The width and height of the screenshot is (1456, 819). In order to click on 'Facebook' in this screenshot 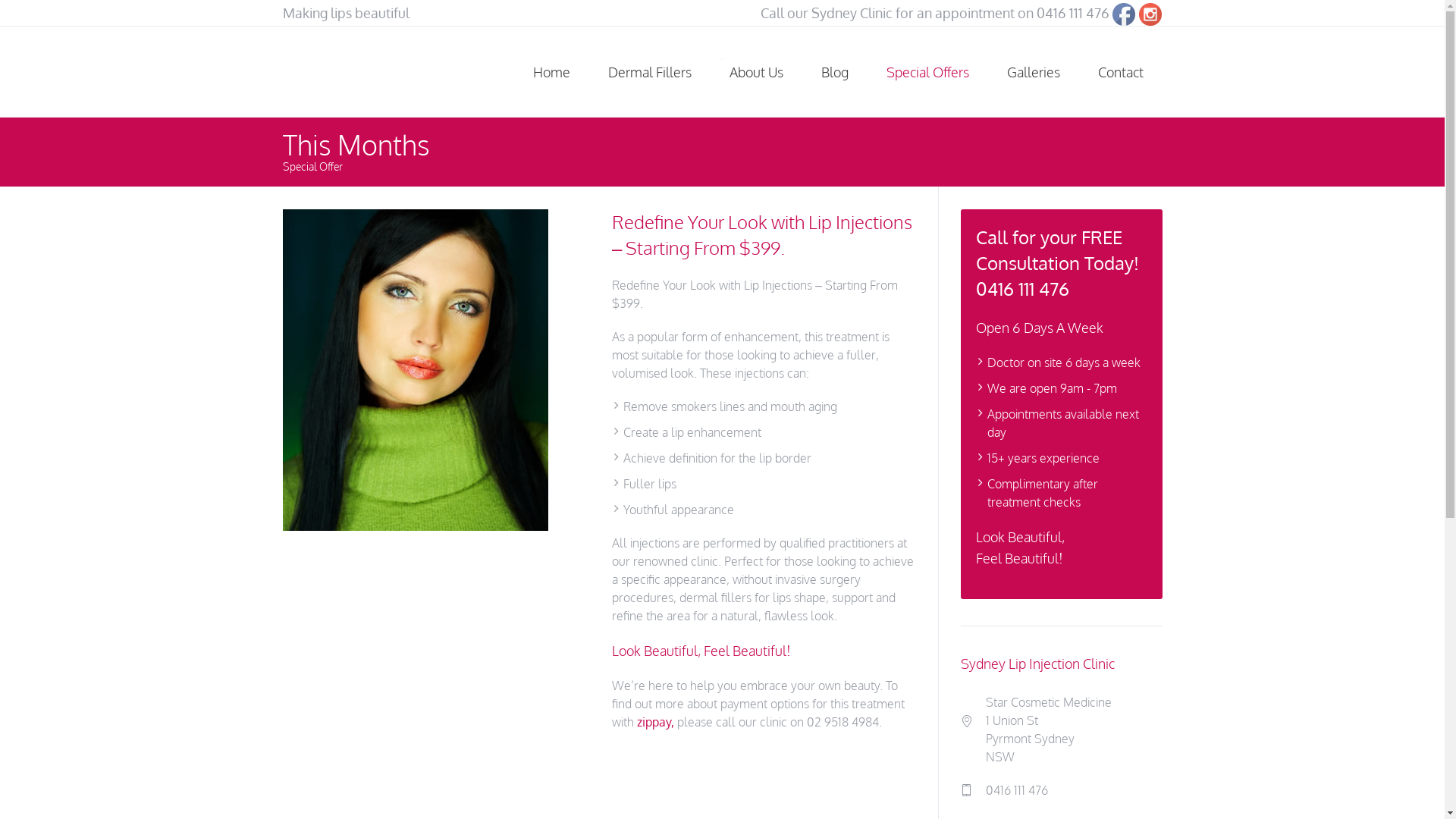, I will do `click(1112, 14)`.